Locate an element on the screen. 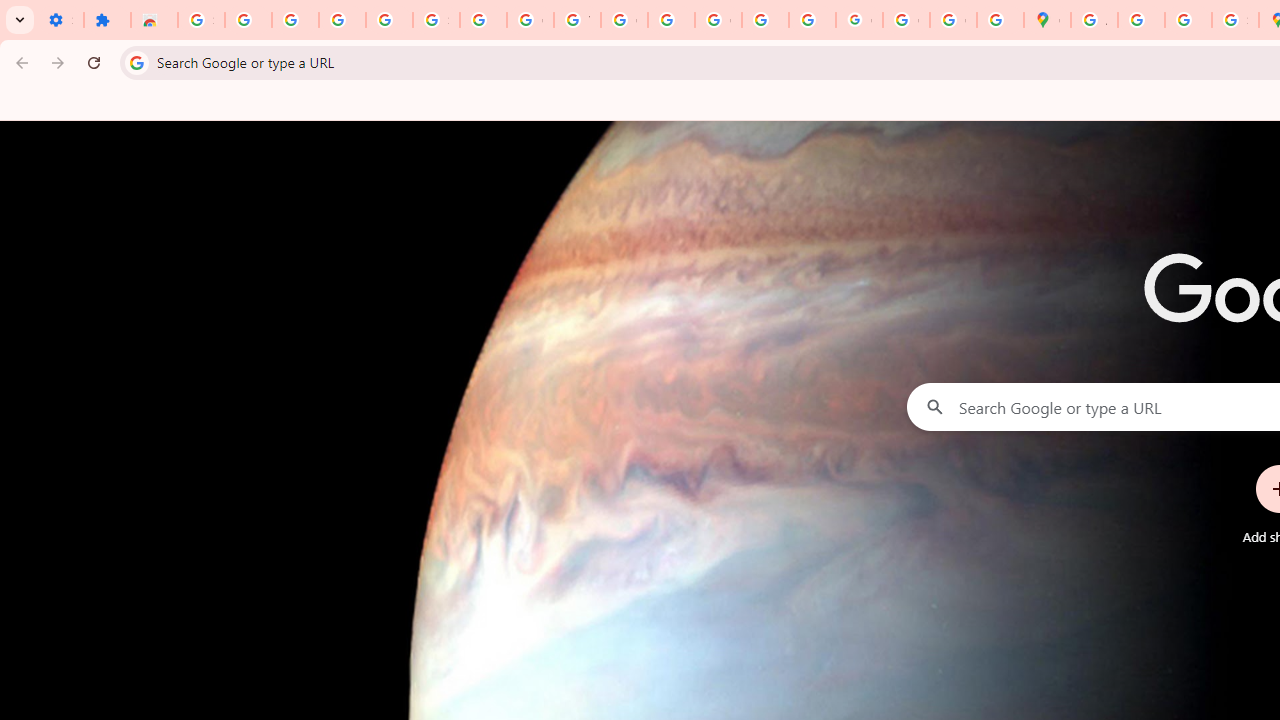  'Settings - On startup' is located at coordinates (60, 20).